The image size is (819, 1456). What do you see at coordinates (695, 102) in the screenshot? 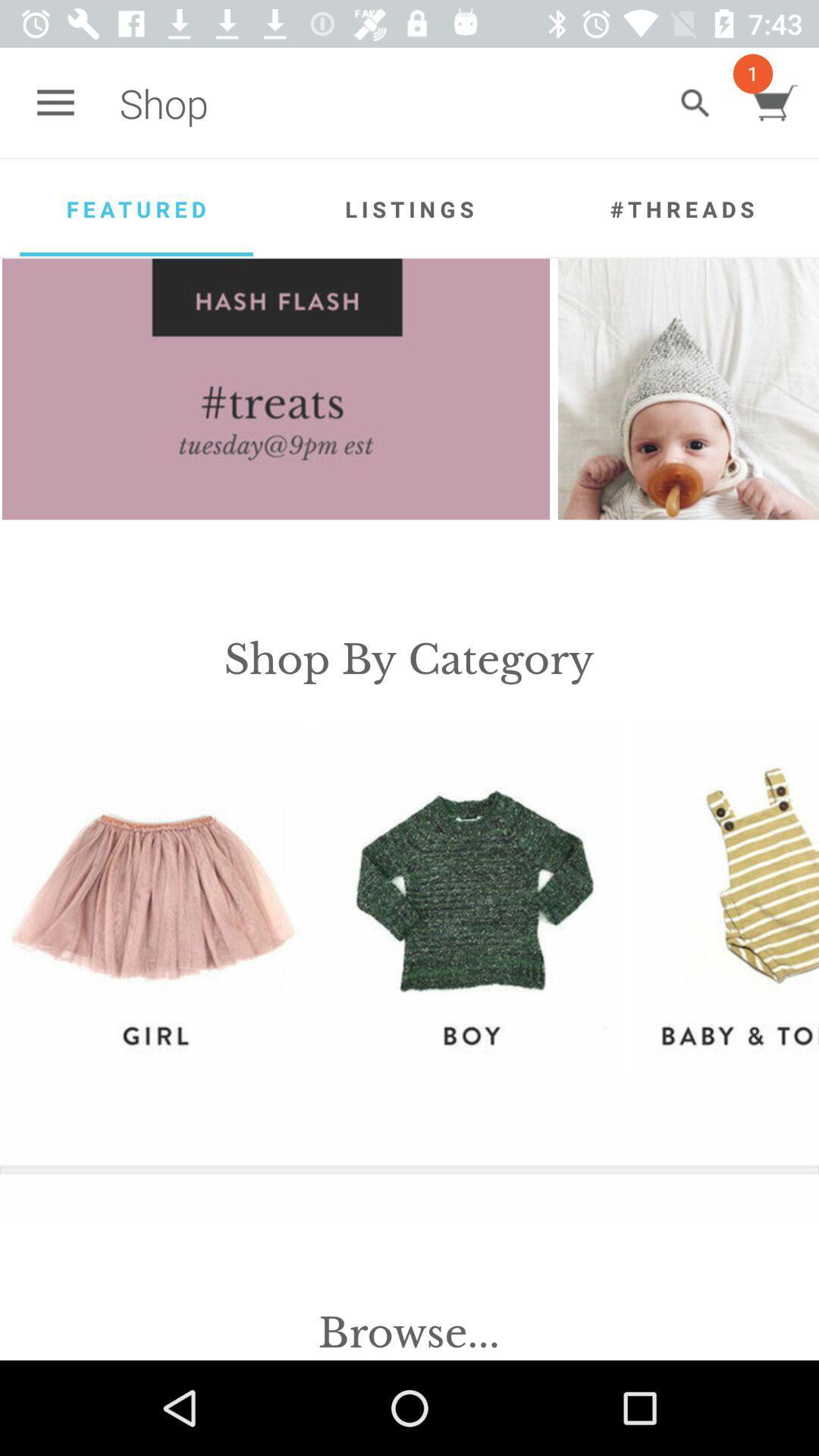
I see `the item above the #threads` at bounding box center [695, 102].